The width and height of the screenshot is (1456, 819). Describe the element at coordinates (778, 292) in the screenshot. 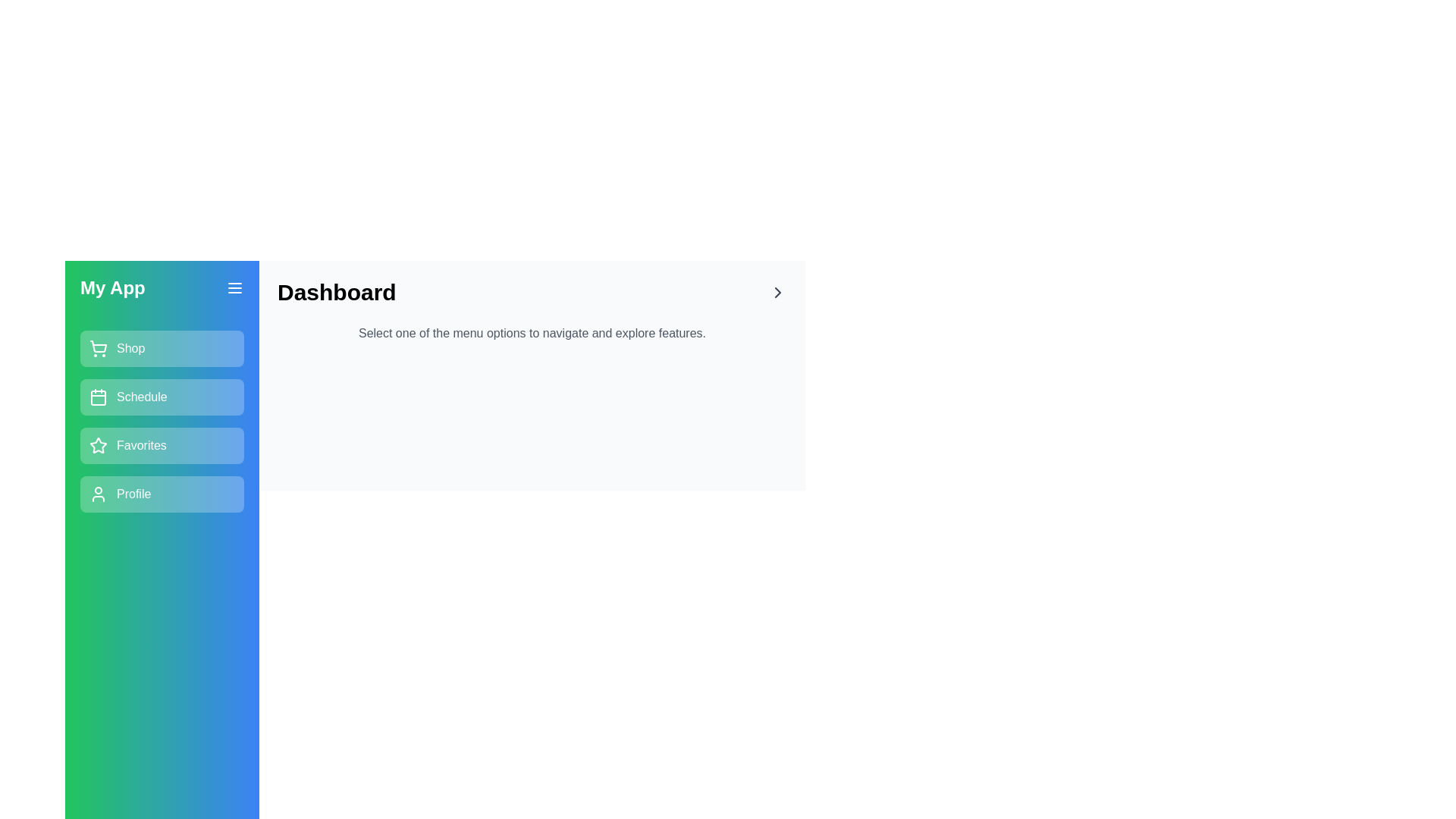

I see `the ChevronRight icon to interact with the dashboard content` at that location.